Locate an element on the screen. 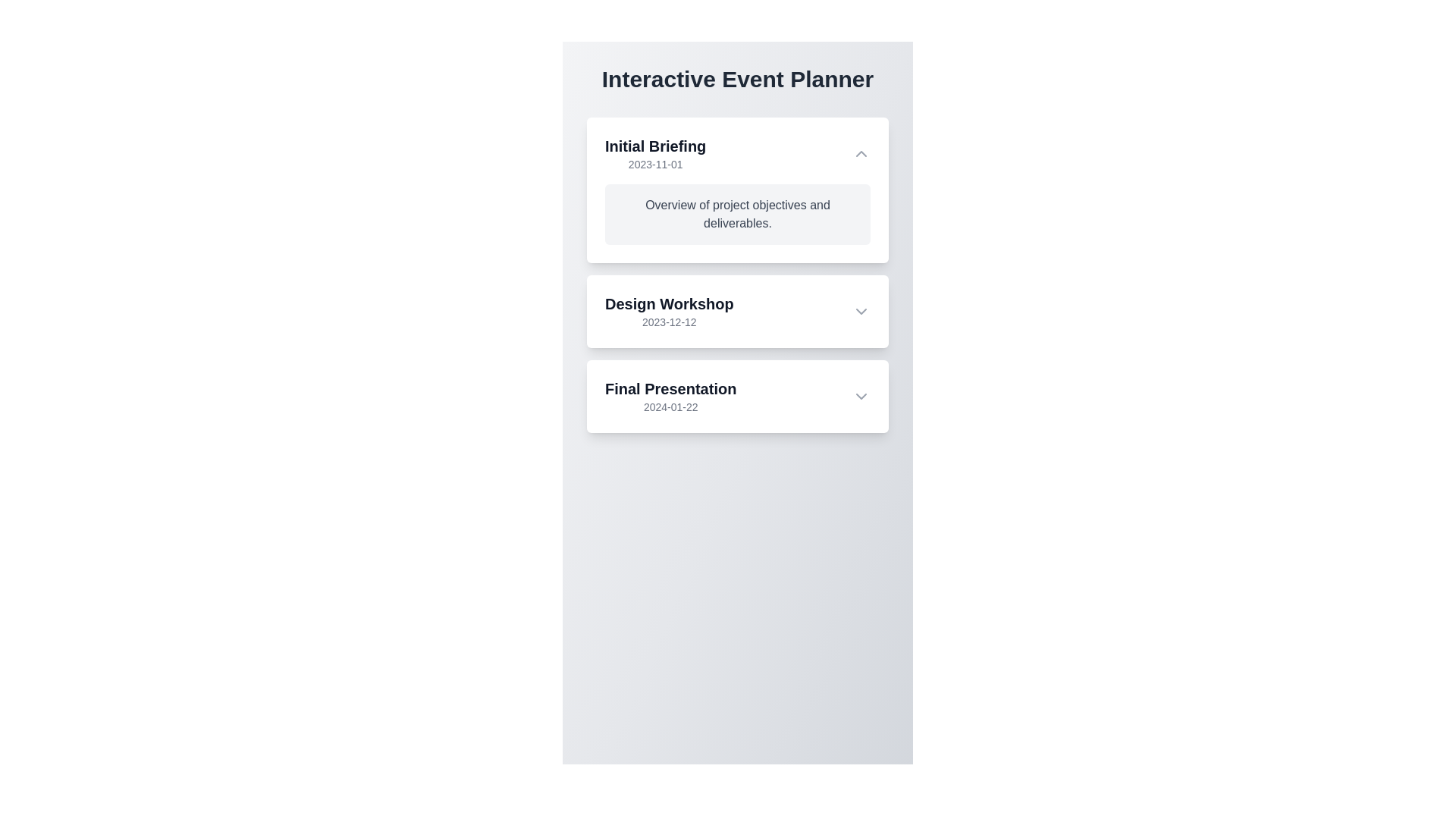 The image size is (1456, 819). the static text label displaying 'Design Workshop' with the date '2023-12-12', centrally located in the second event entry of the 'Interactive Event Planner' interface is located at coordinates (668, 311).